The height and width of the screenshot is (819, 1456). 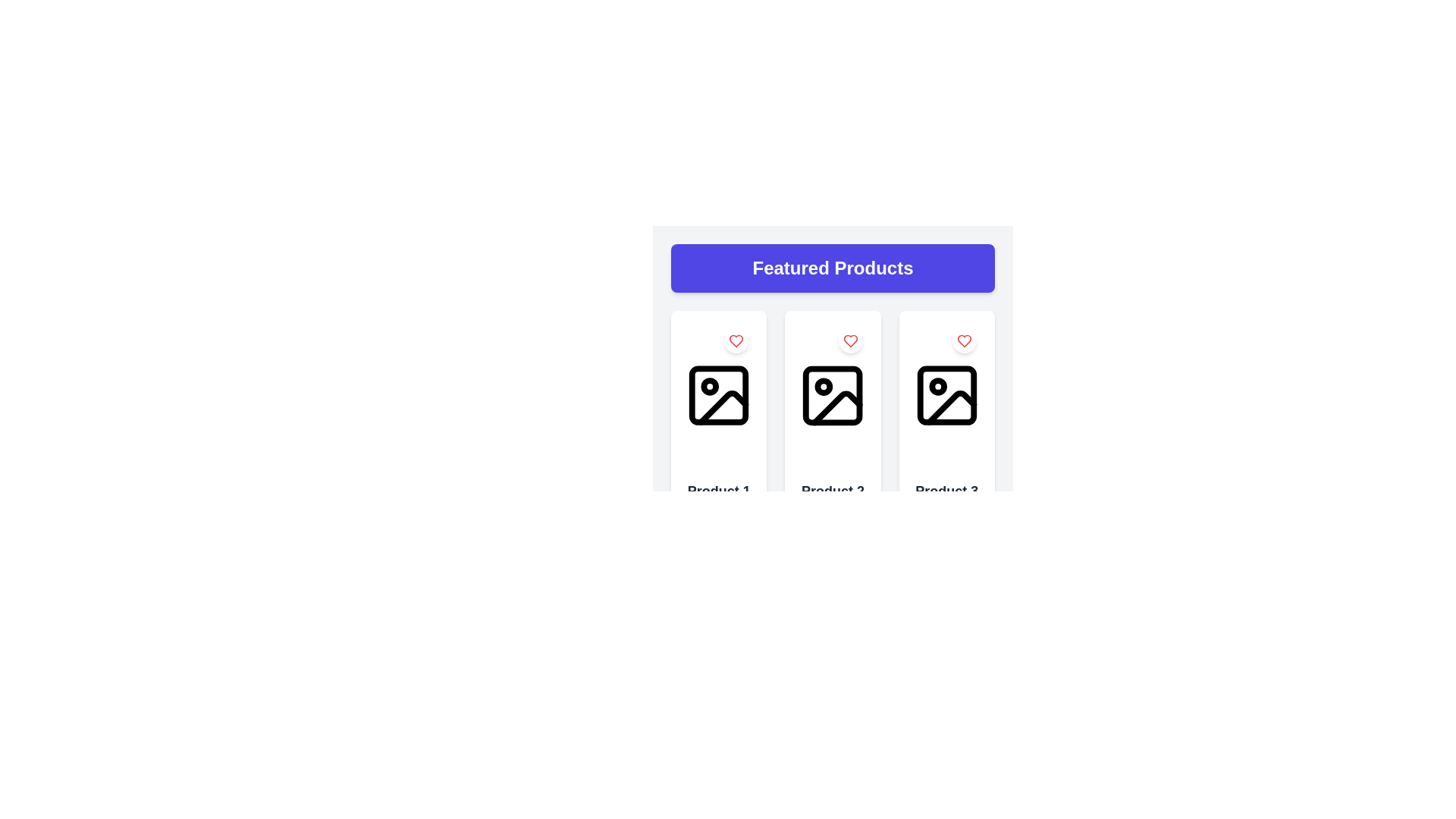 What do you see at coordinates (832, 268) in the screenshot?
I see `the Text Header element that has a background in indigo blue and contains the text 'Featured Products' in white, bold, centered horizontally and vertically` at bounding box center [832, 268].